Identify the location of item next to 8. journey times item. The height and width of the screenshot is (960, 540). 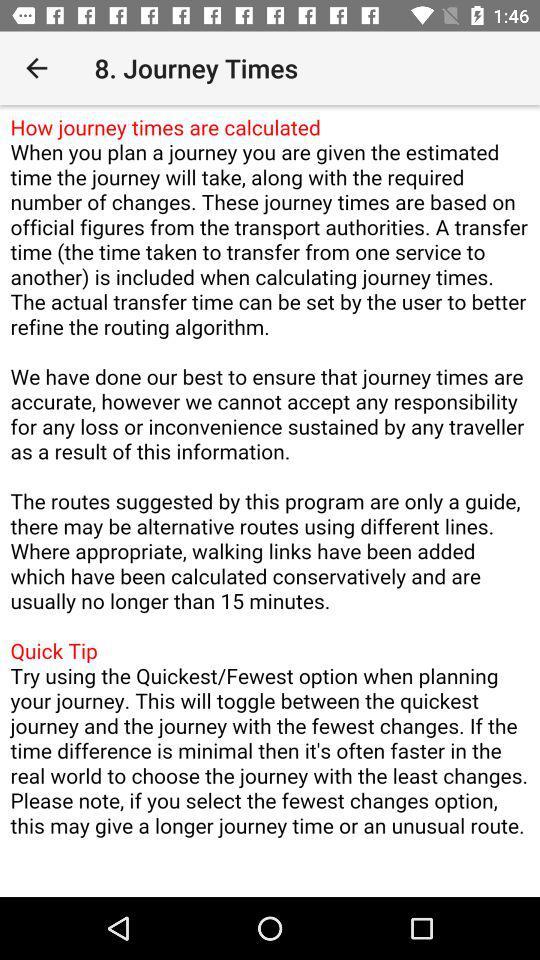
(36, 68).